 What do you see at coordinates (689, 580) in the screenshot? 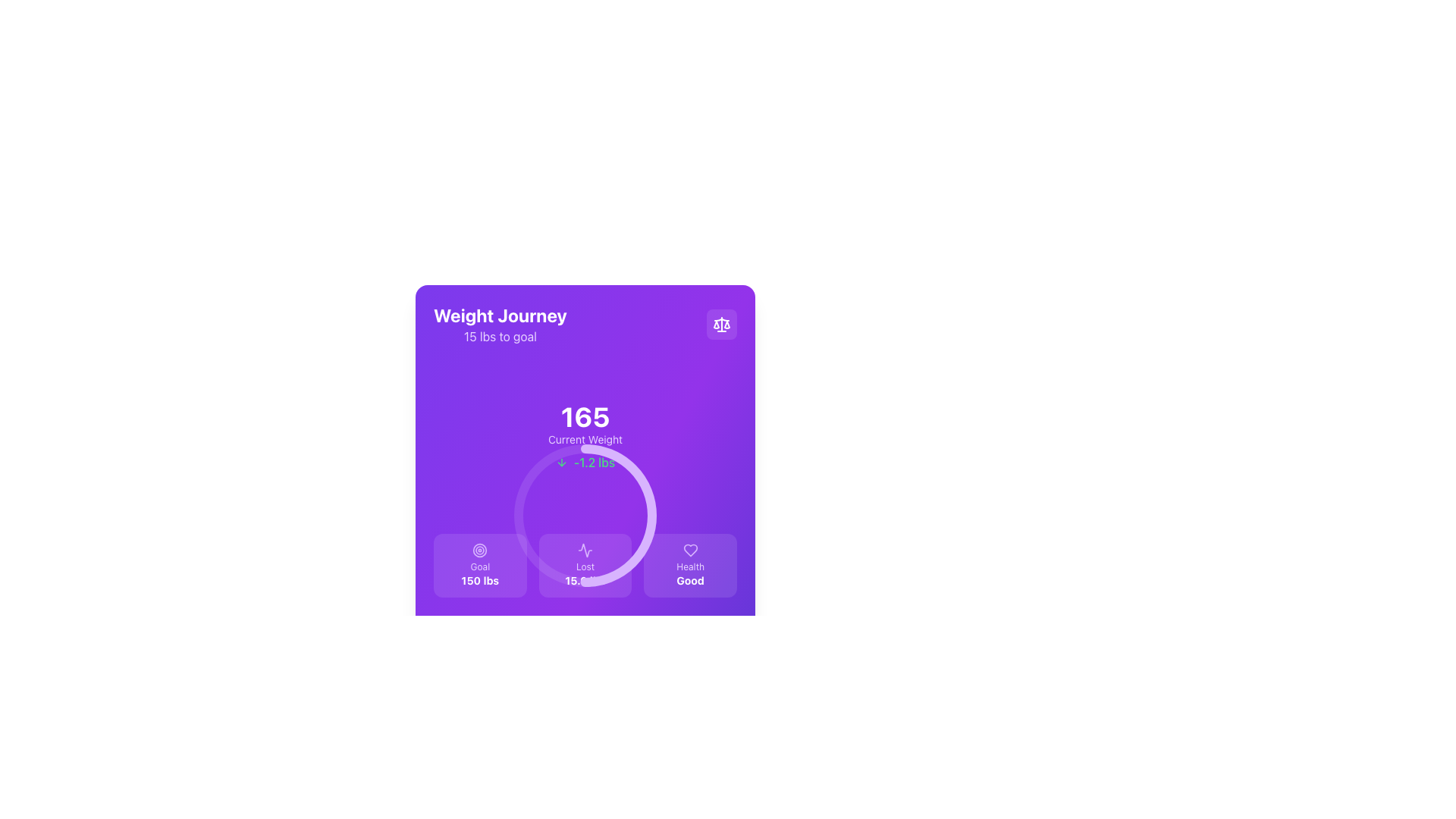
I see `the 'Health' status indicator text labeled as 'Good', located at the bottom of the rightmost tile in a row of three tiles` at bounding box center [689, 580].